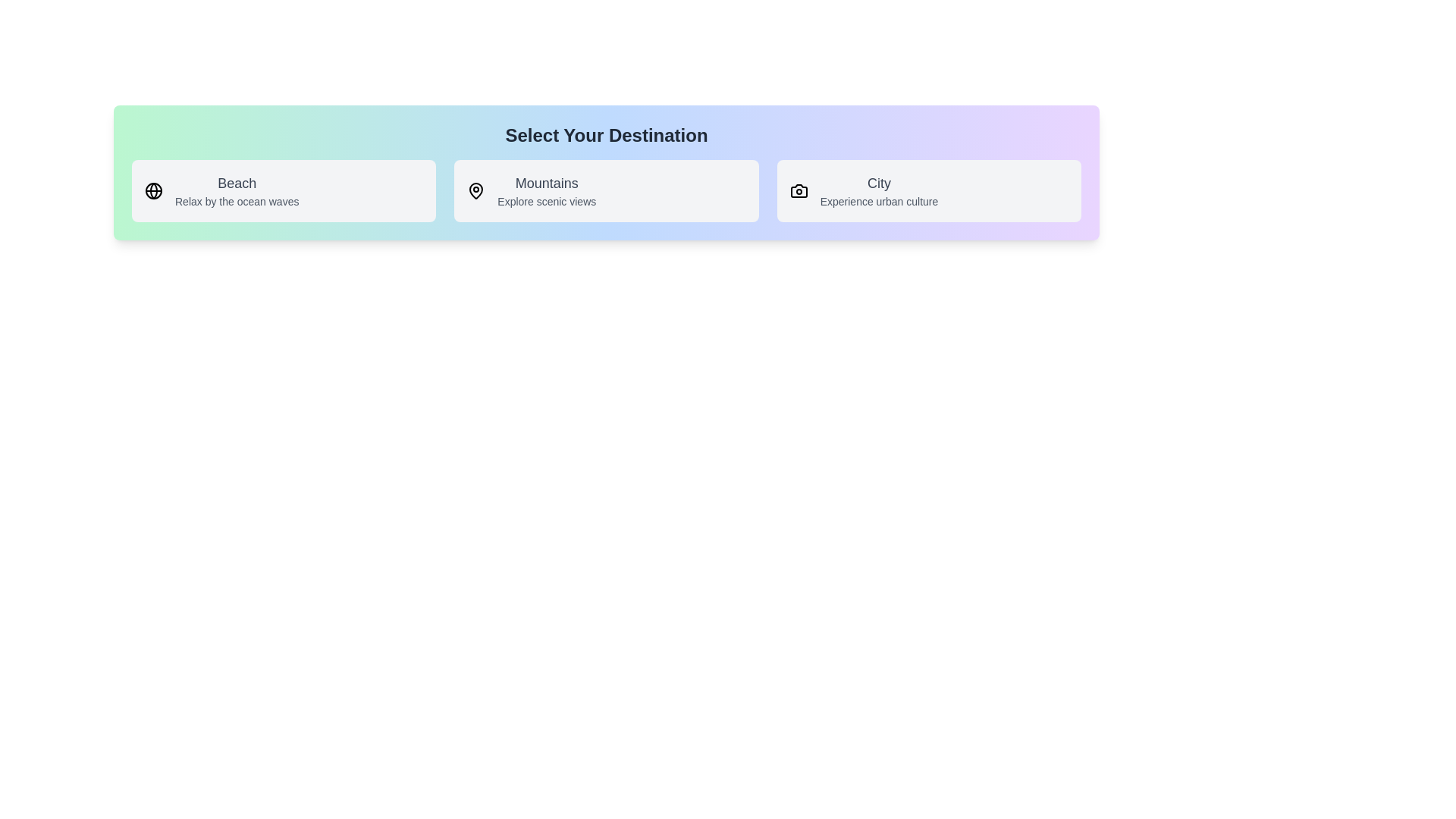 The height and width of the screenshot is (819, 1456). What do you see at coordinates (879, 183) in the screenshot?
I see `the text label that serves as the header for the 'City' destination card, located in the top-right corner of the third card from the left` at bounding box center [879, 183].